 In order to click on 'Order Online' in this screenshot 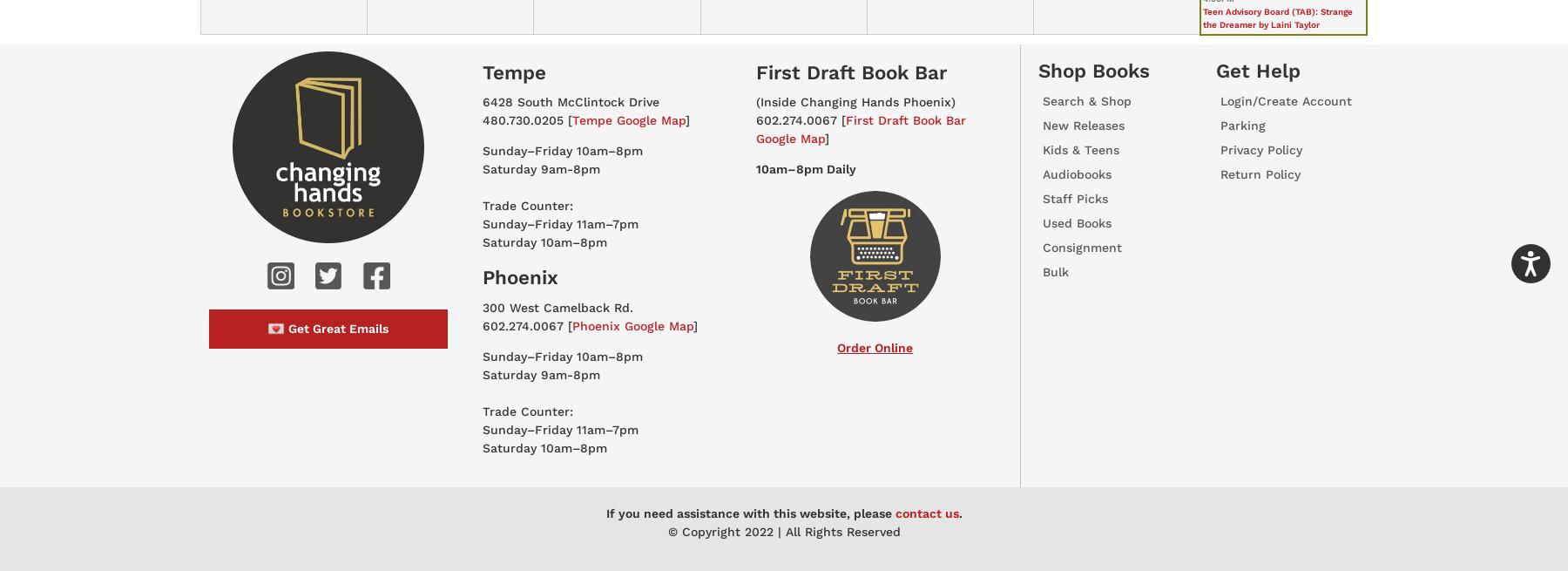, I will do `click(874, 348)`.